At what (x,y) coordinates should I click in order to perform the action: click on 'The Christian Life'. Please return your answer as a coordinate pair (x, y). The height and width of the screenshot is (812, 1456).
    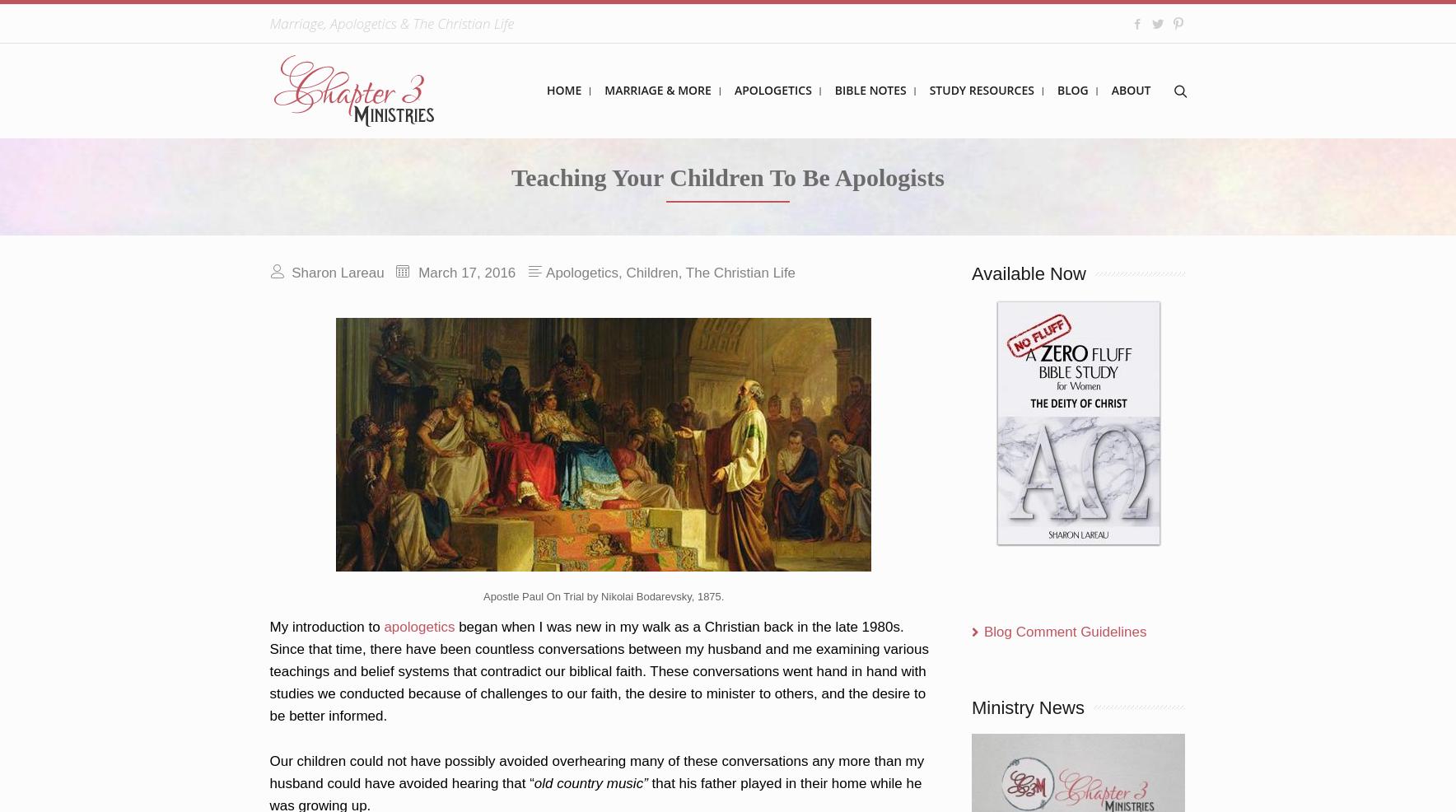
    Looking at the image, I should click on (740, 272).